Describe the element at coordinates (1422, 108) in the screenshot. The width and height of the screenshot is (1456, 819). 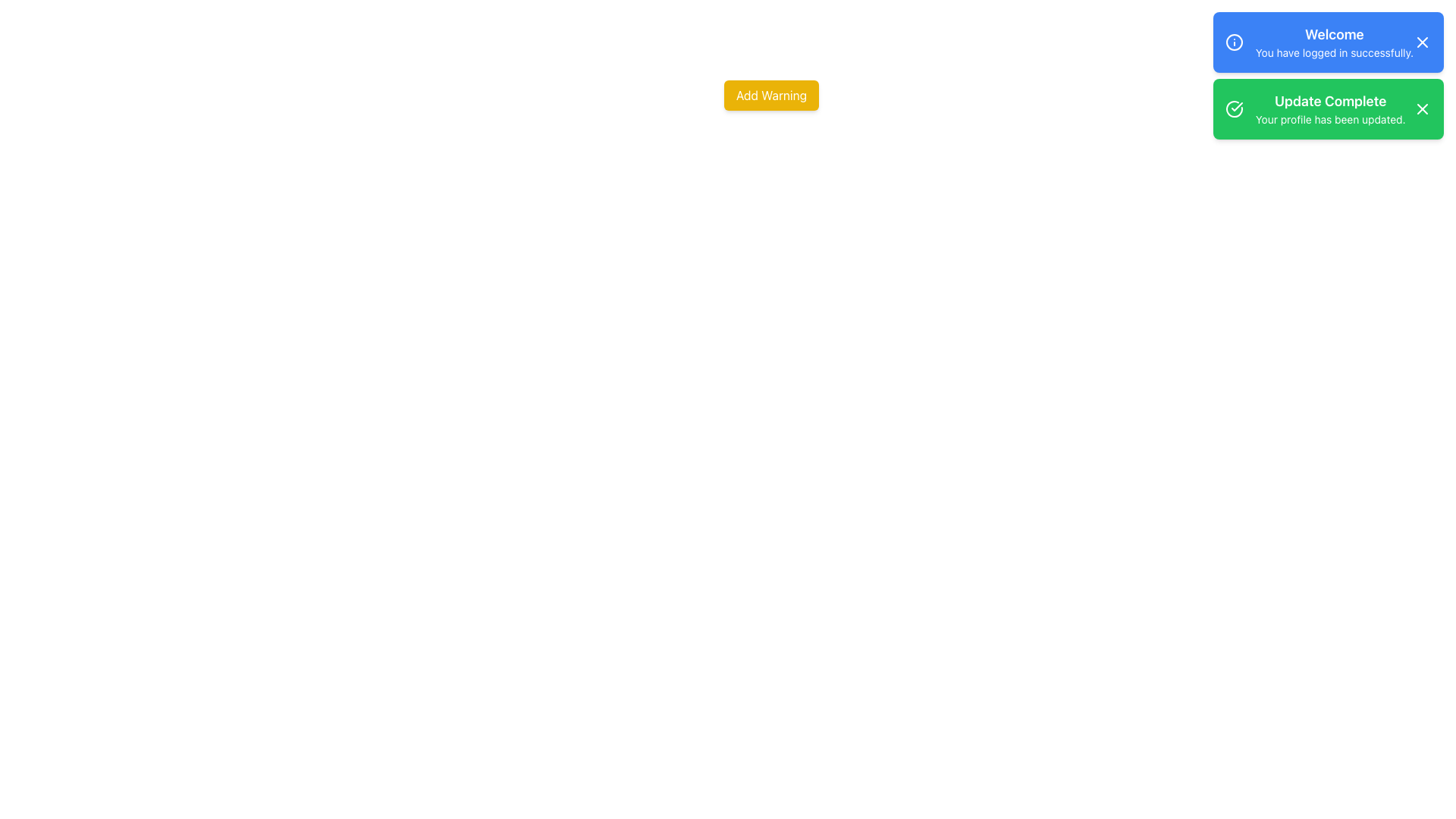
I see `the close button located in the top-right corner of the blue notification card that displays the text 'Welcome You have logged in successfully.'` at that location.